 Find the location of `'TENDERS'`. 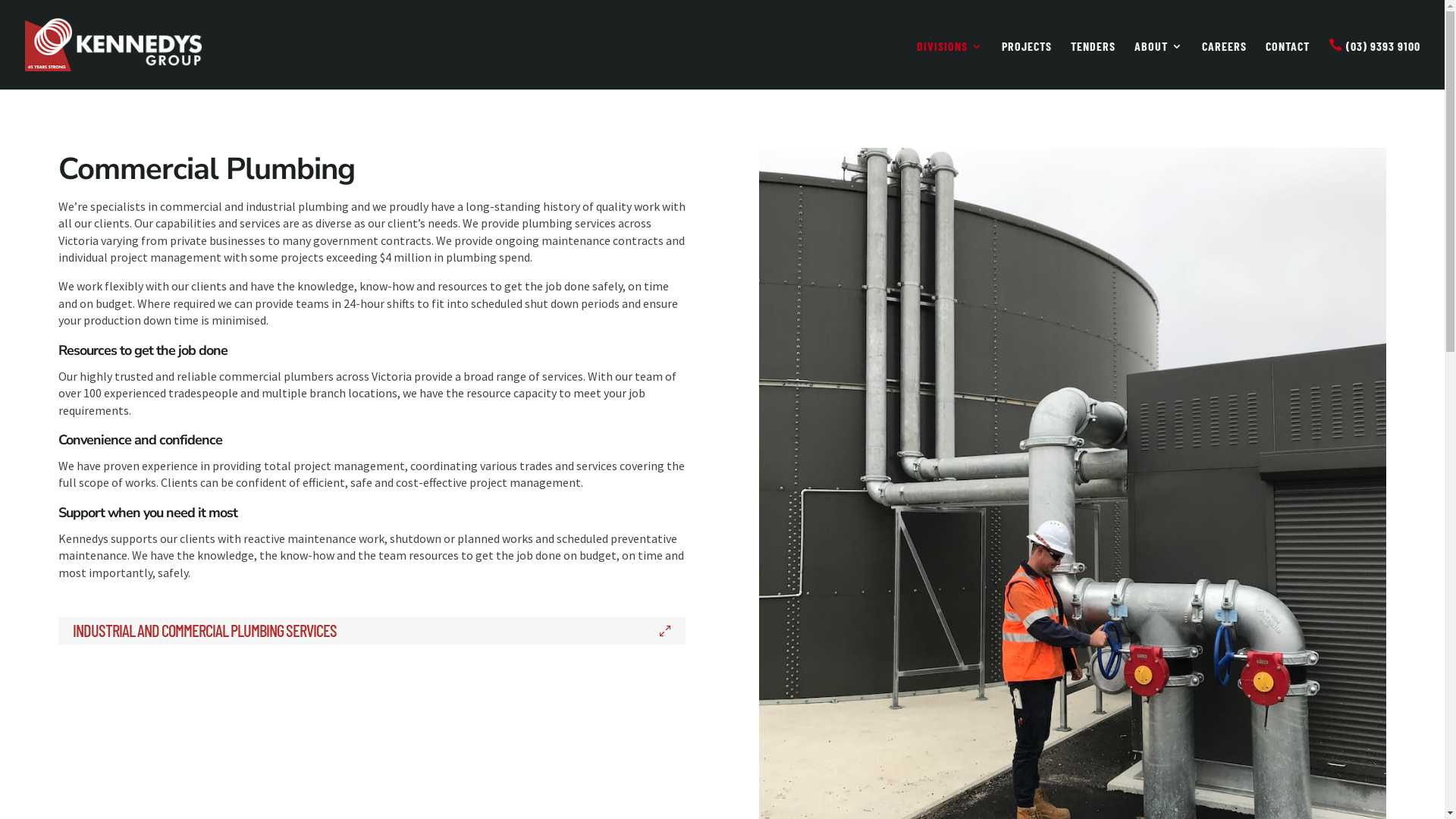

'TENDERS' is located at coordinates (1093, 64).